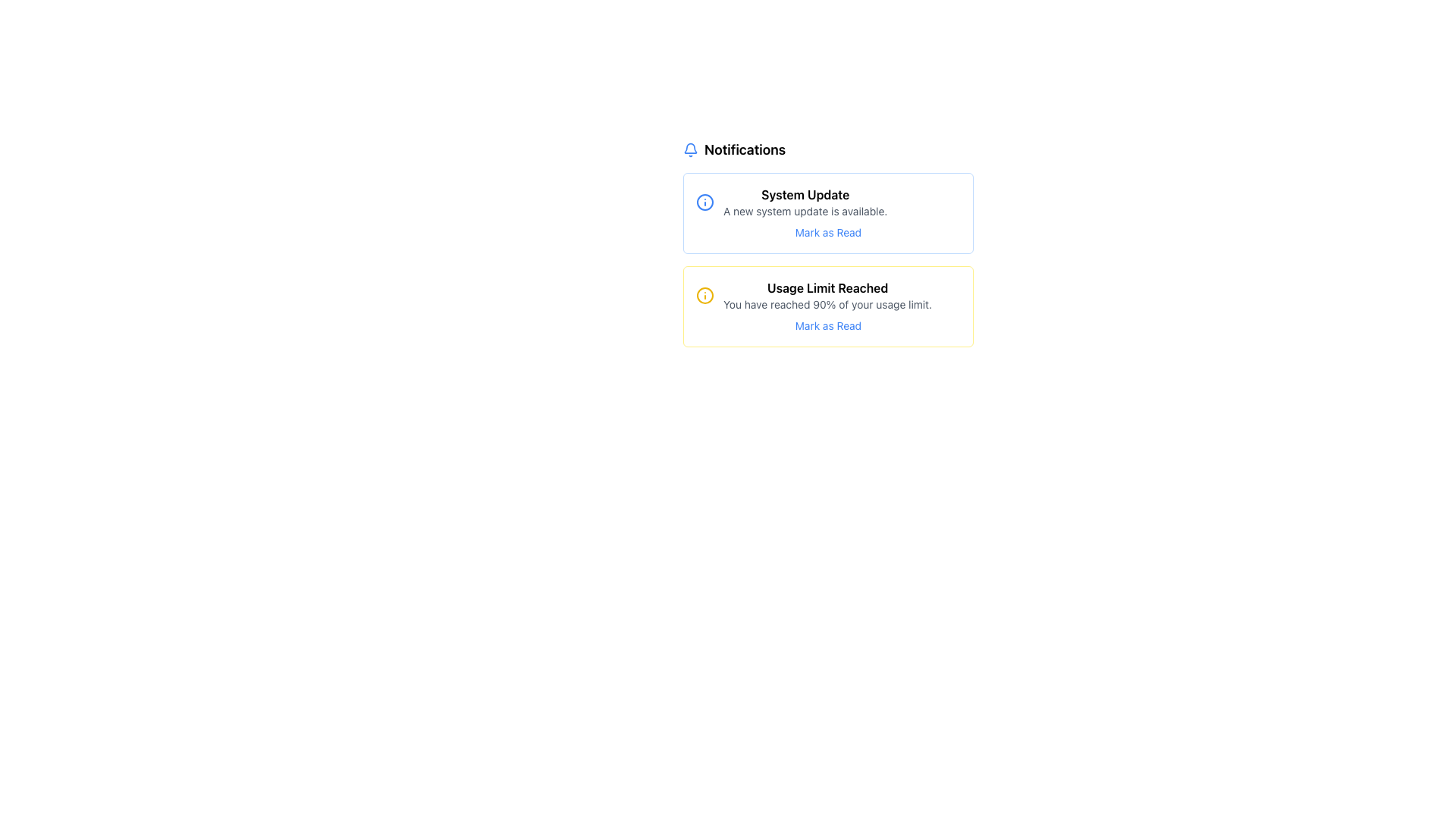 The height and width of the screenshot is (819, 1456). What do you see at coordinates (827, 295) in the screenshot?
I see `information displayed in the text notification about reaching 90% of the usage limit located in the second notification box beneath 'System Update'` at bounding box center [827, 295].